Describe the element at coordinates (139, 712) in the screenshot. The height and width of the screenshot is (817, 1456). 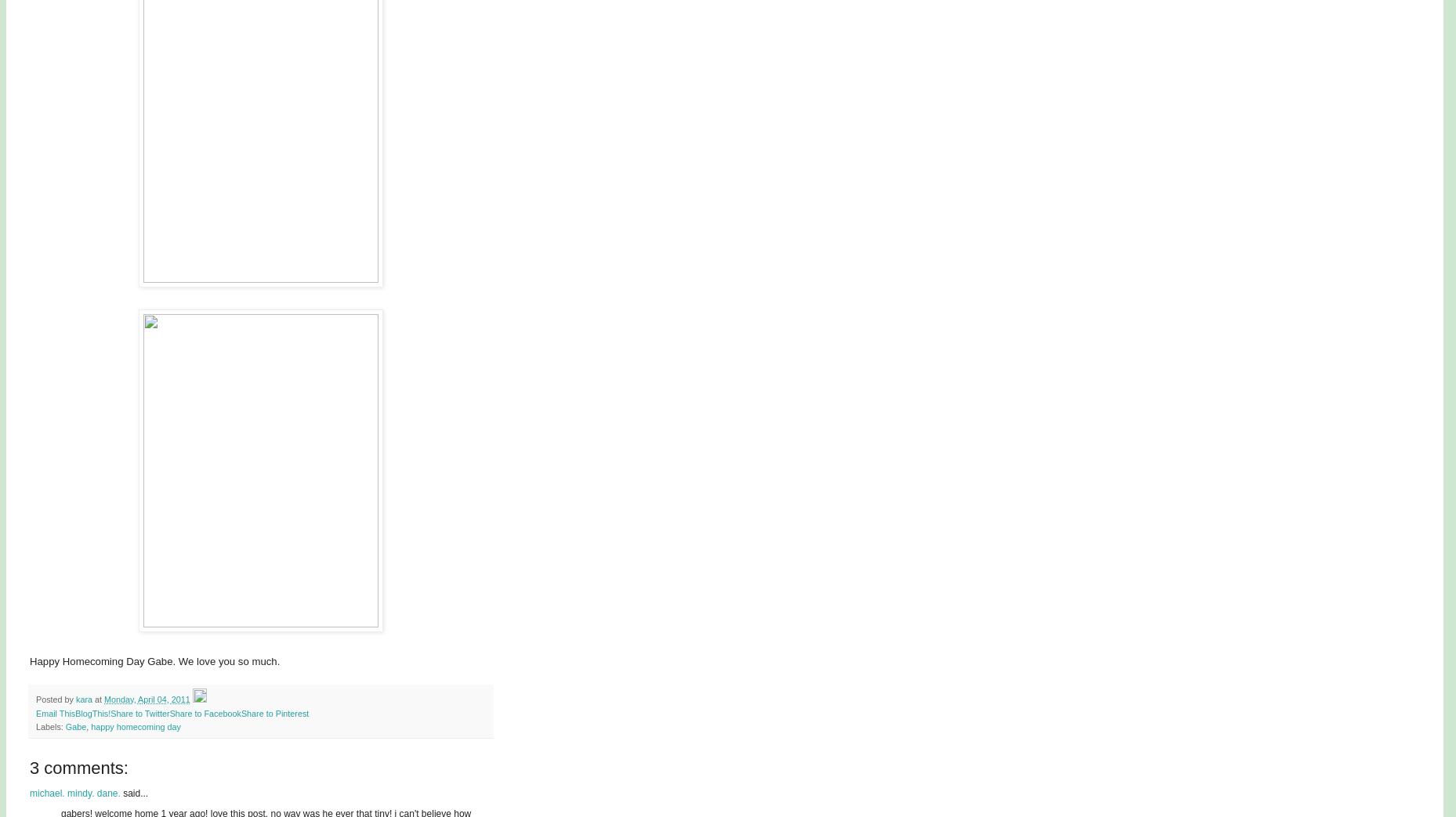
I see `'Share to Twitter'` at that location.